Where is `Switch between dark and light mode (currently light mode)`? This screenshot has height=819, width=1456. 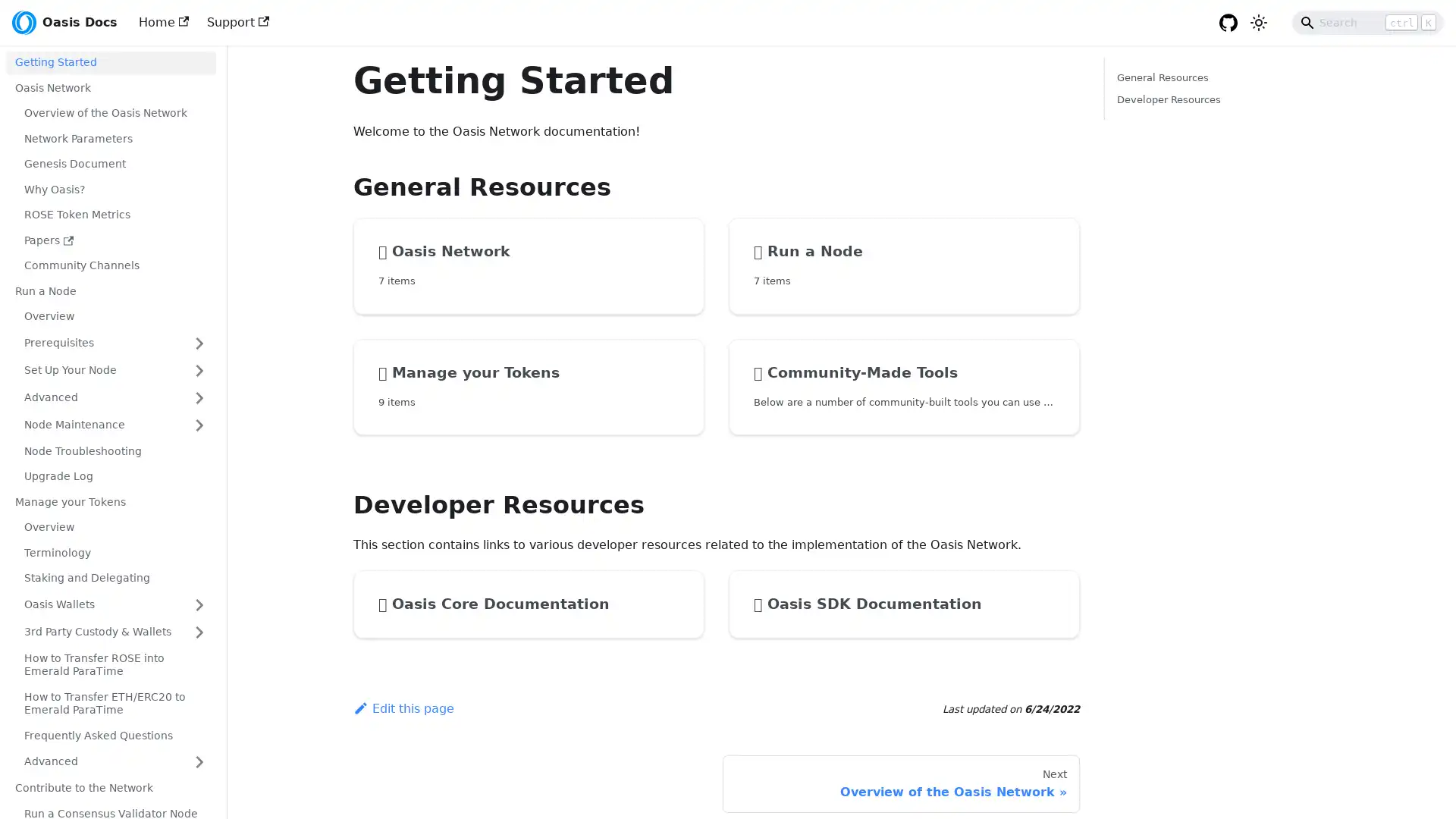
Switch between dark and light mode (currently light mode) is located at coordinates (1259, 23).